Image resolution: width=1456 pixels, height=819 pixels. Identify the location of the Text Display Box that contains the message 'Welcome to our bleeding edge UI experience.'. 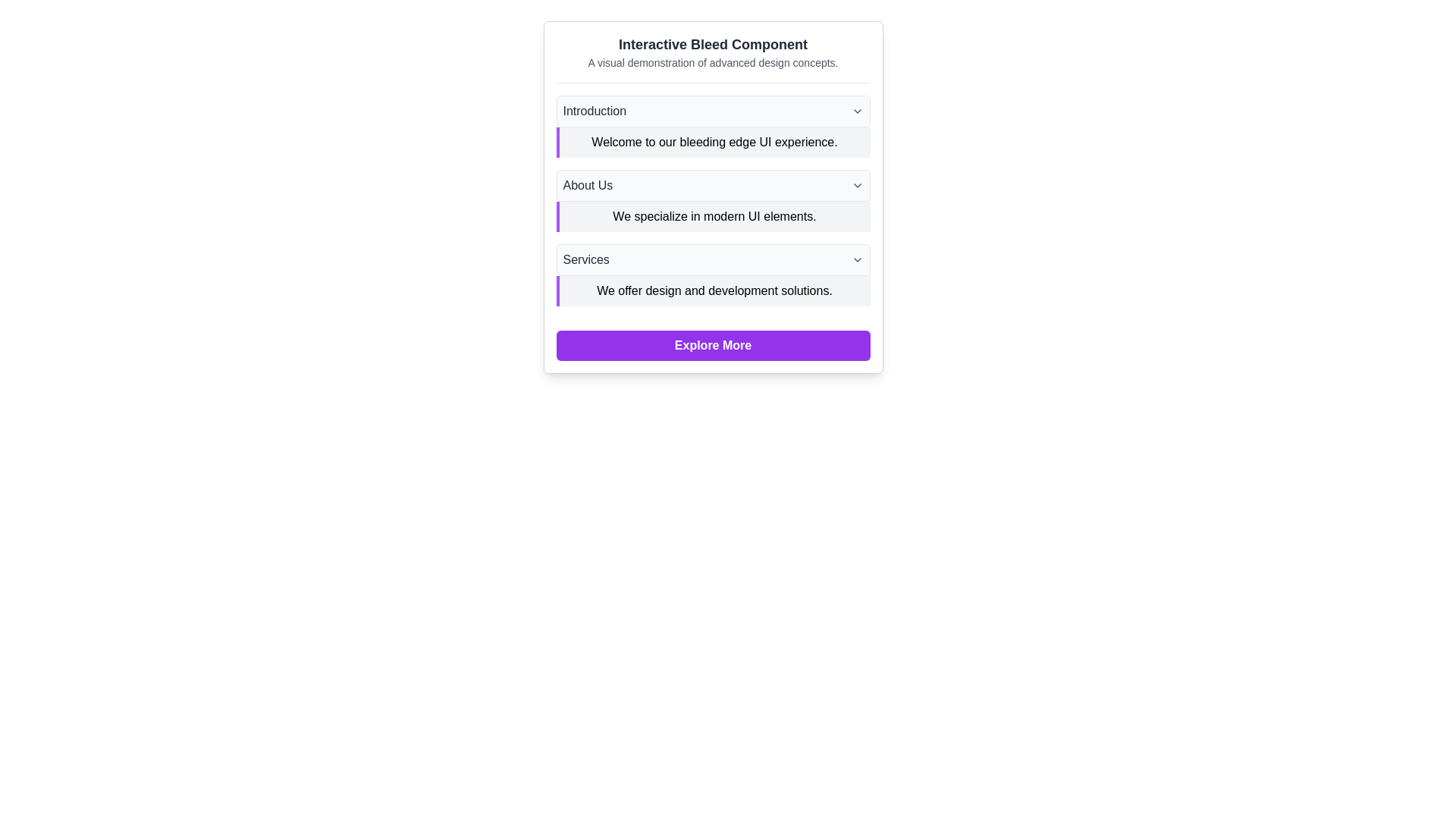
(712, 143).